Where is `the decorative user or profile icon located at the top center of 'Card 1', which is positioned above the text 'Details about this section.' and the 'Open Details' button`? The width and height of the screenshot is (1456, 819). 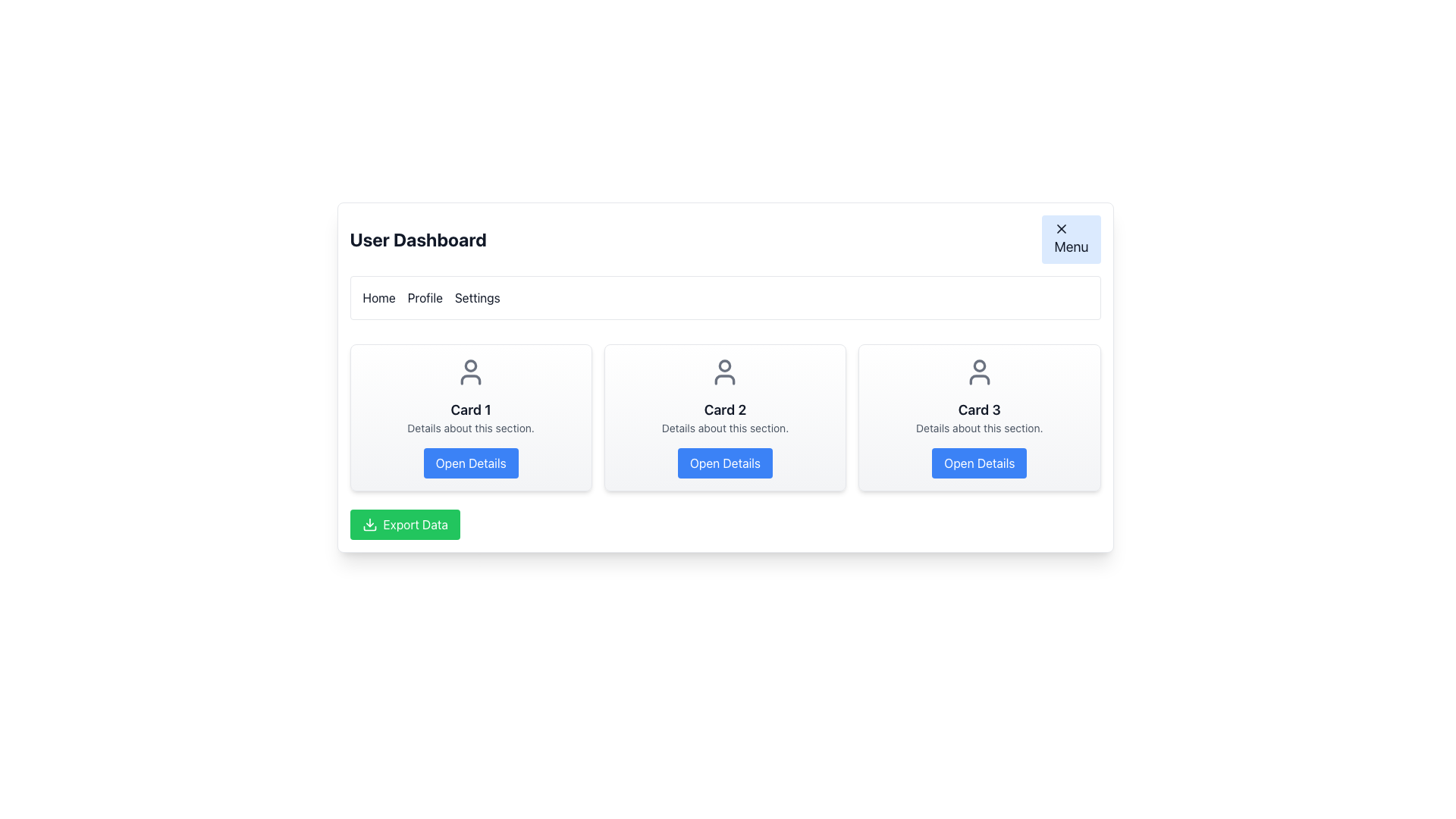
the decorative user or profile icon located at the top center of 'Card 1', which is positioned above the text 'Details about this section.' and the 'Open Details' button is located at coordinates (470, 372).